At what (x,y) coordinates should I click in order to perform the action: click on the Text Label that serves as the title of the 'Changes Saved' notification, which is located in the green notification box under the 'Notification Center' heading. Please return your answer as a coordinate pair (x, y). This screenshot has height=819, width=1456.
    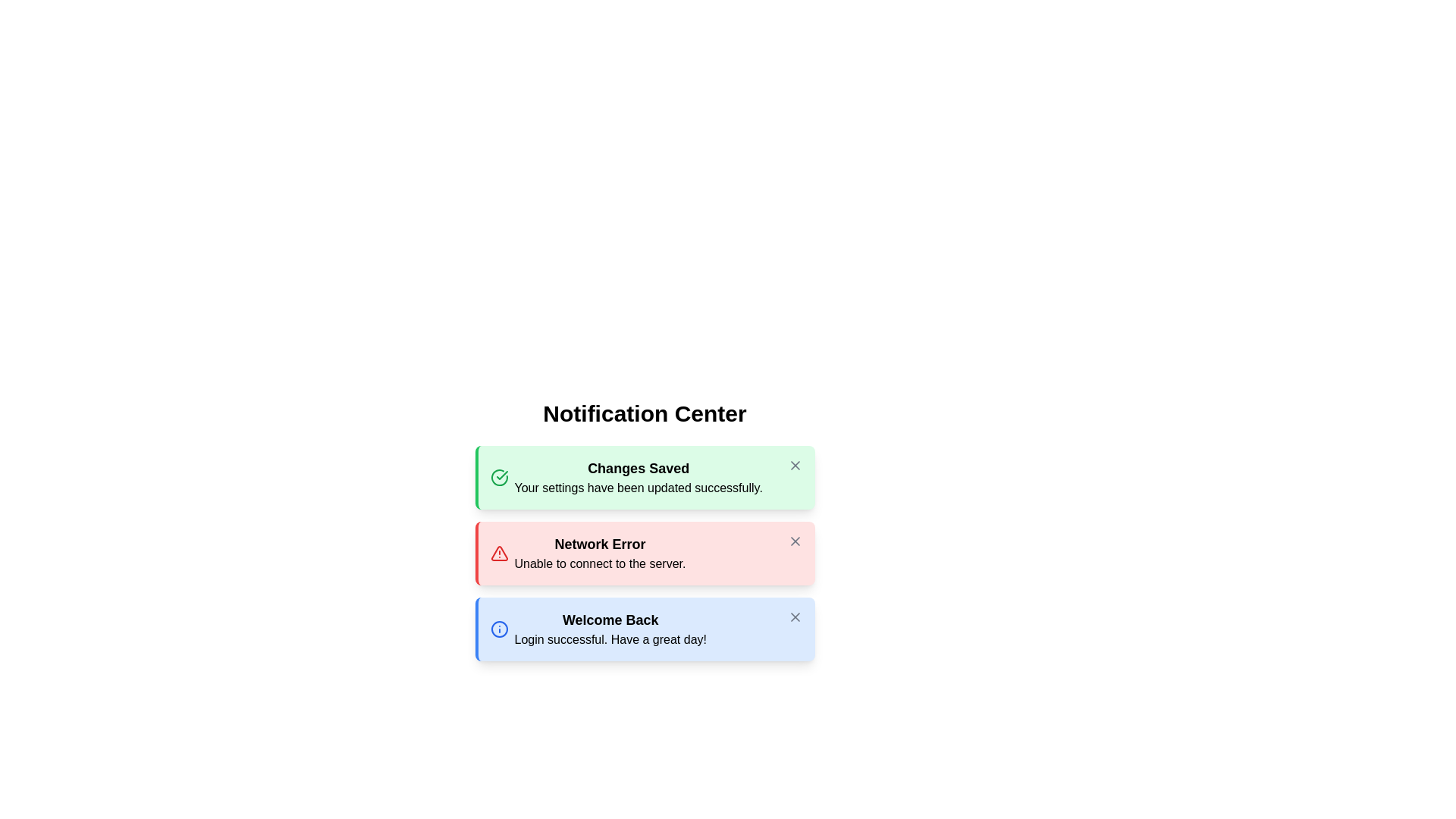
    Looking at the image, I should click on (639, 467).